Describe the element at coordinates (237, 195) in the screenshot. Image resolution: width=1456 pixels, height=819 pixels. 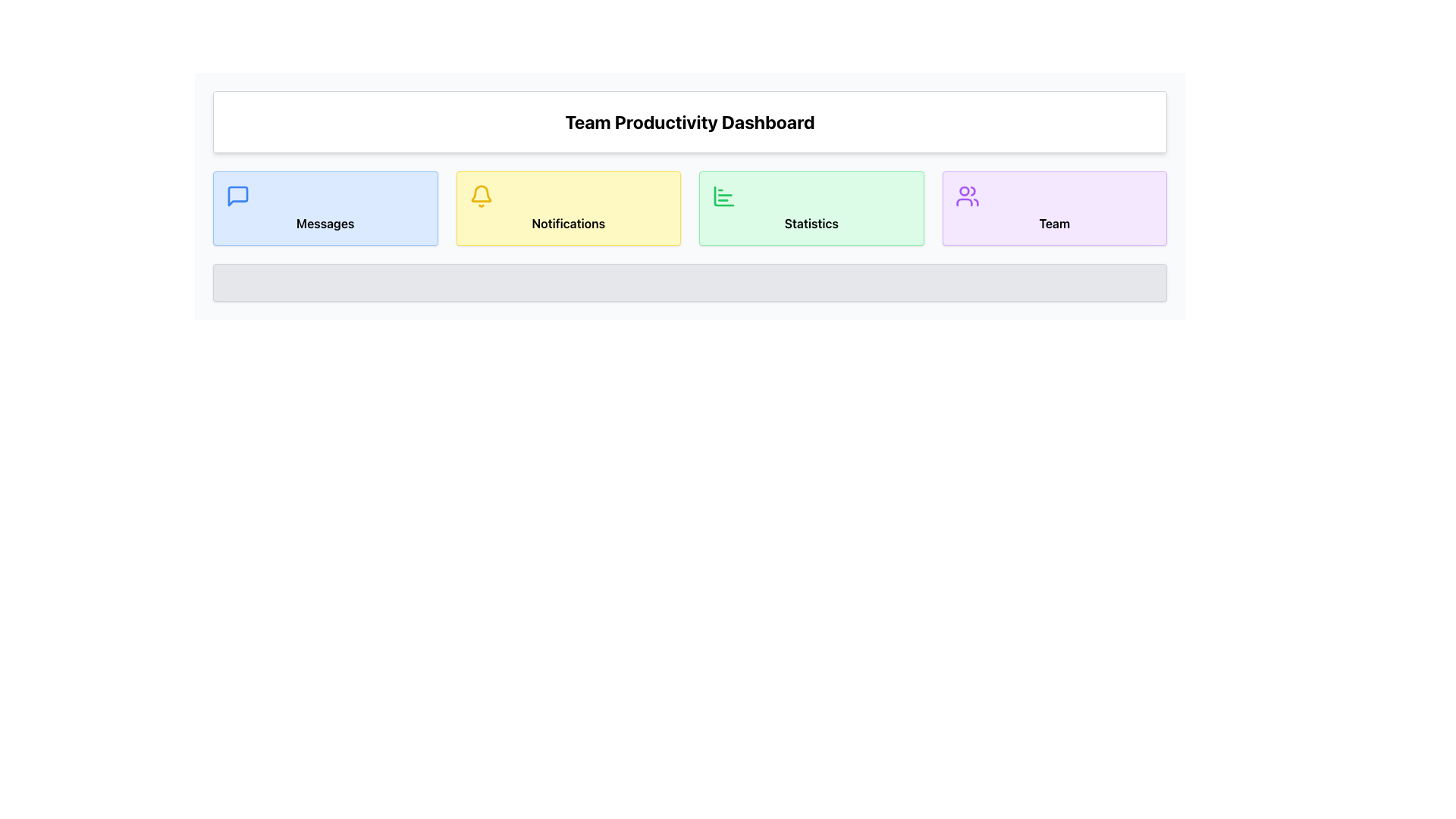
I see `the speech bubble icon with a blue outline located at the top-left corner of the 'Messages' card` at that location.